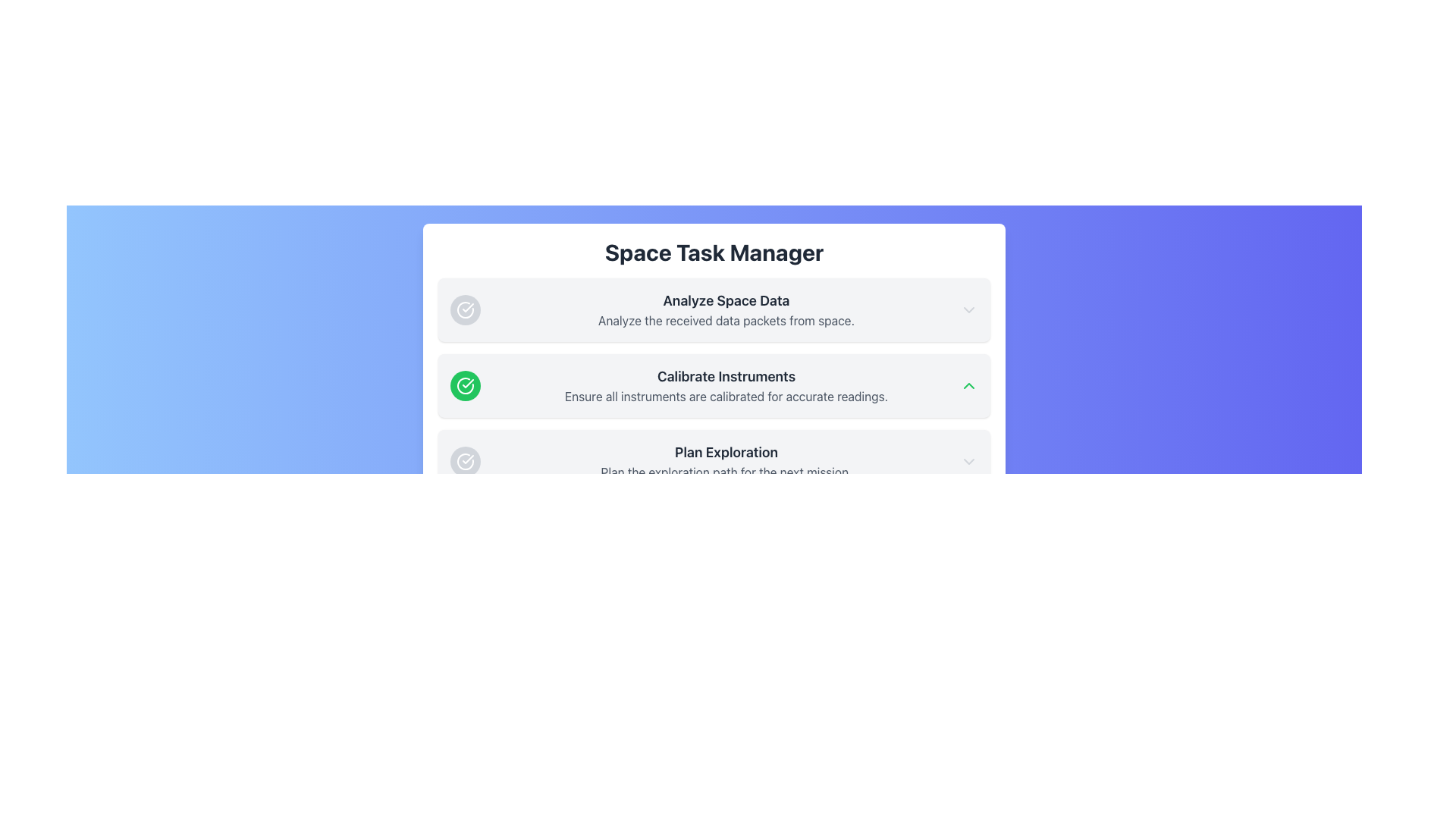 The height and width of the screenshot is (819, 1456). I want to click on the 'Calibrate Instruments' expandable panel, so click(713, 390).